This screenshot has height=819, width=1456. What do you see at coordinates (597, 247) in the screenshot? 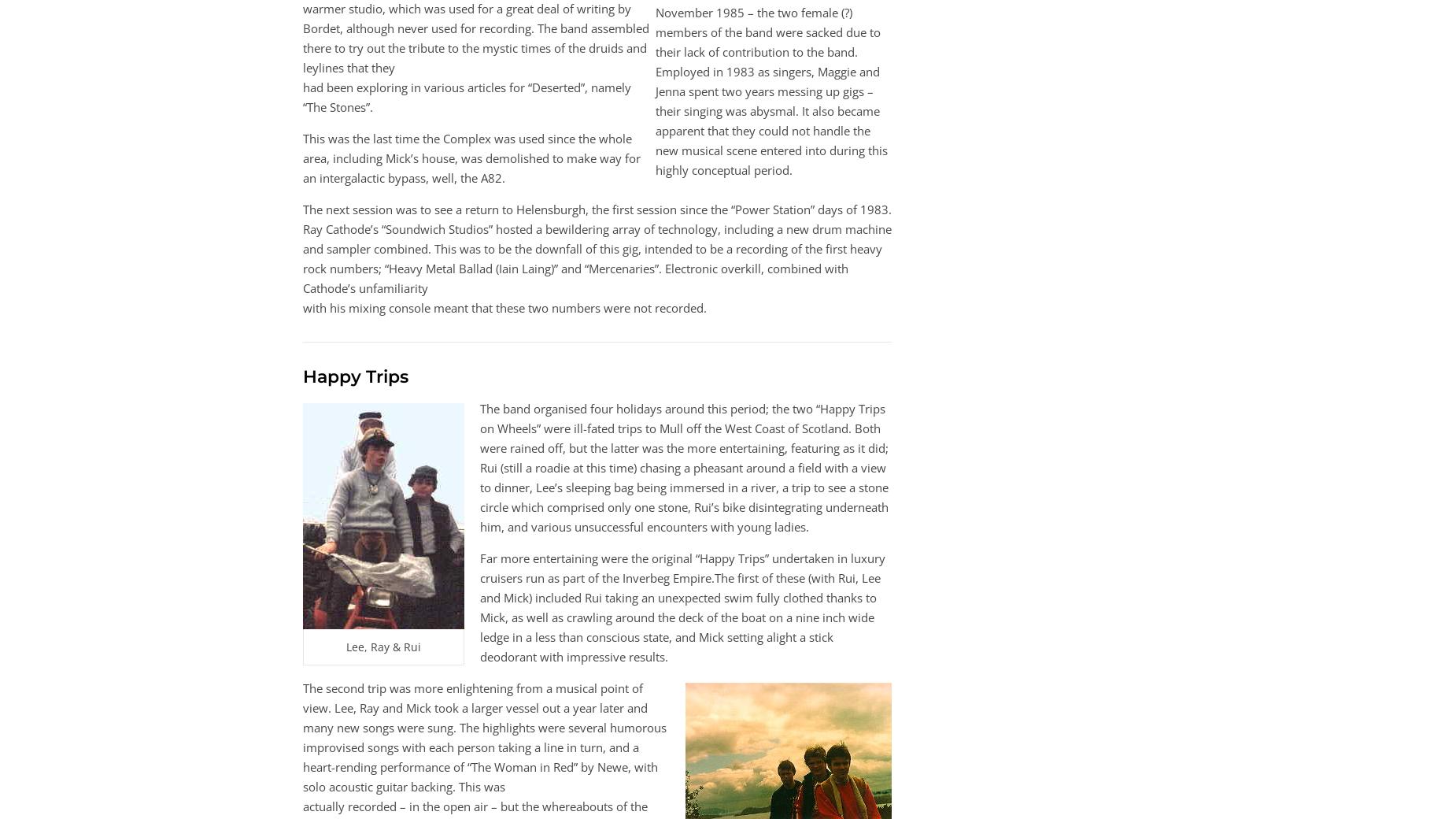
I see `'The next session was to see a return to Helensburgh, the first session since the “Power Station” days of 1983. Ray Cathode’s “Soundwich Studios” hosted a bewildering array of technology, including a new drum machine and sampler combined. This was to be the downfall of this gig, intended to be a recording of the first heavy rock numbers; “Heavy Metal Ballad (Iain Laing)” and “Mercenaries”. Electronic overkill, combined with Cathode’s unfamiliarity'` at bounding box center [597, 247].